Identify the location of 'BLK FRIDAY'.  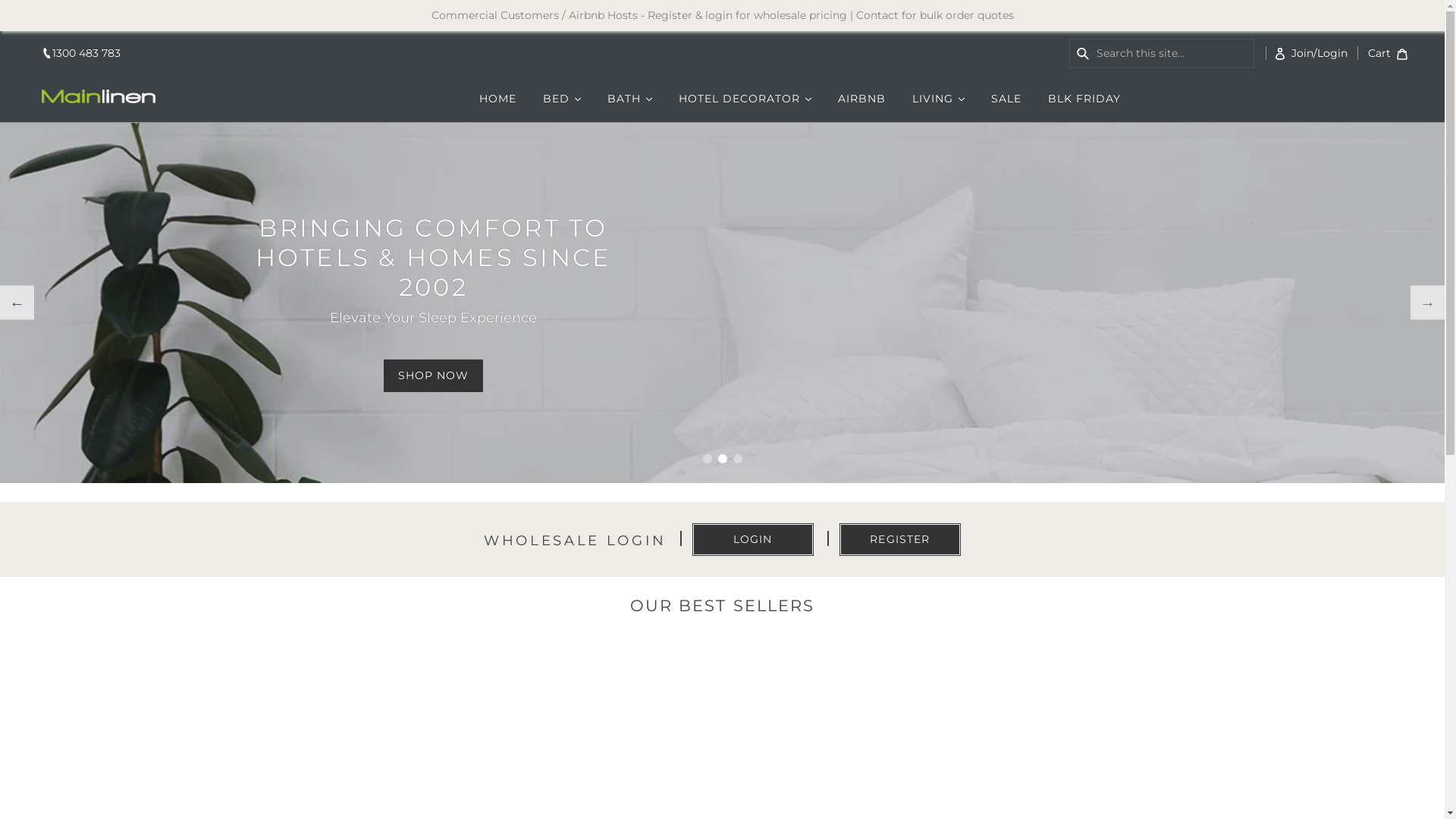
(1084, 99).